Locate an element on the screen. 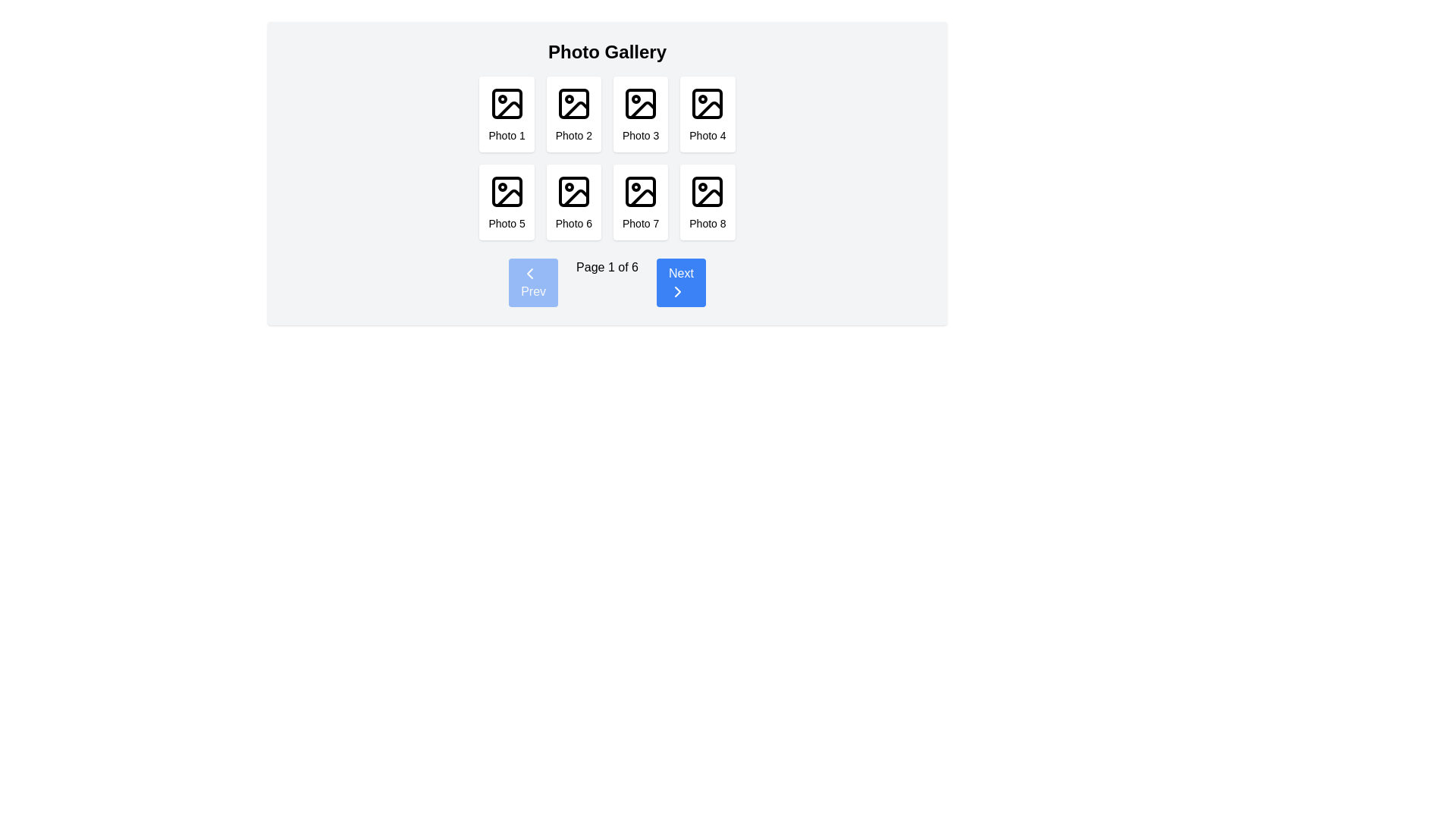 Image resolution: width=1456 pixels, height=819 pixels. the List item representing 'Photo 8' located in the bottom-right corner of the grid layout is located at coordinates (707, 201).